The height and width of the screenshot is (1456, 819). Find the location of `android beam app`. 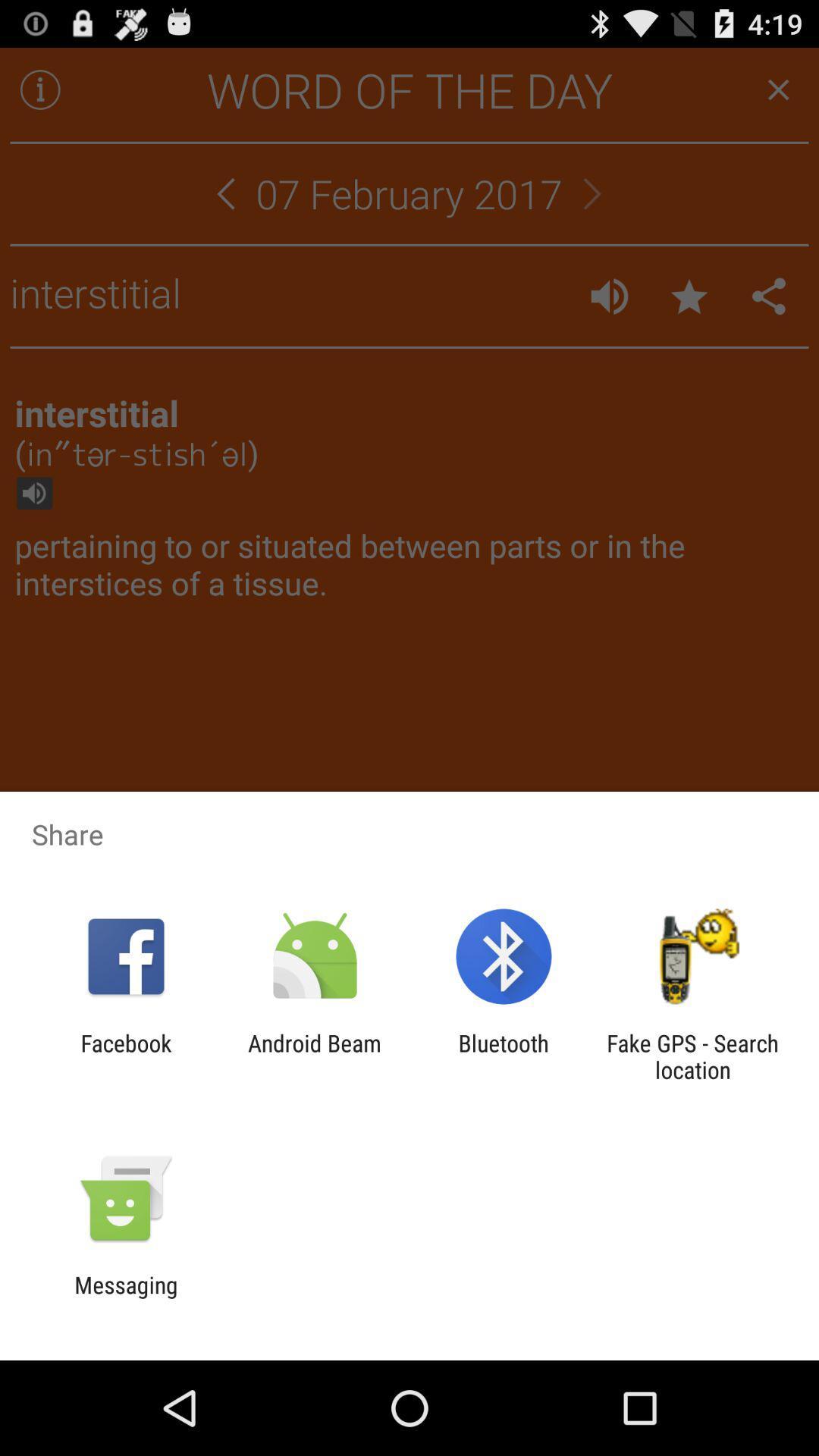

android beam app is located at coordinates (314, 1056).